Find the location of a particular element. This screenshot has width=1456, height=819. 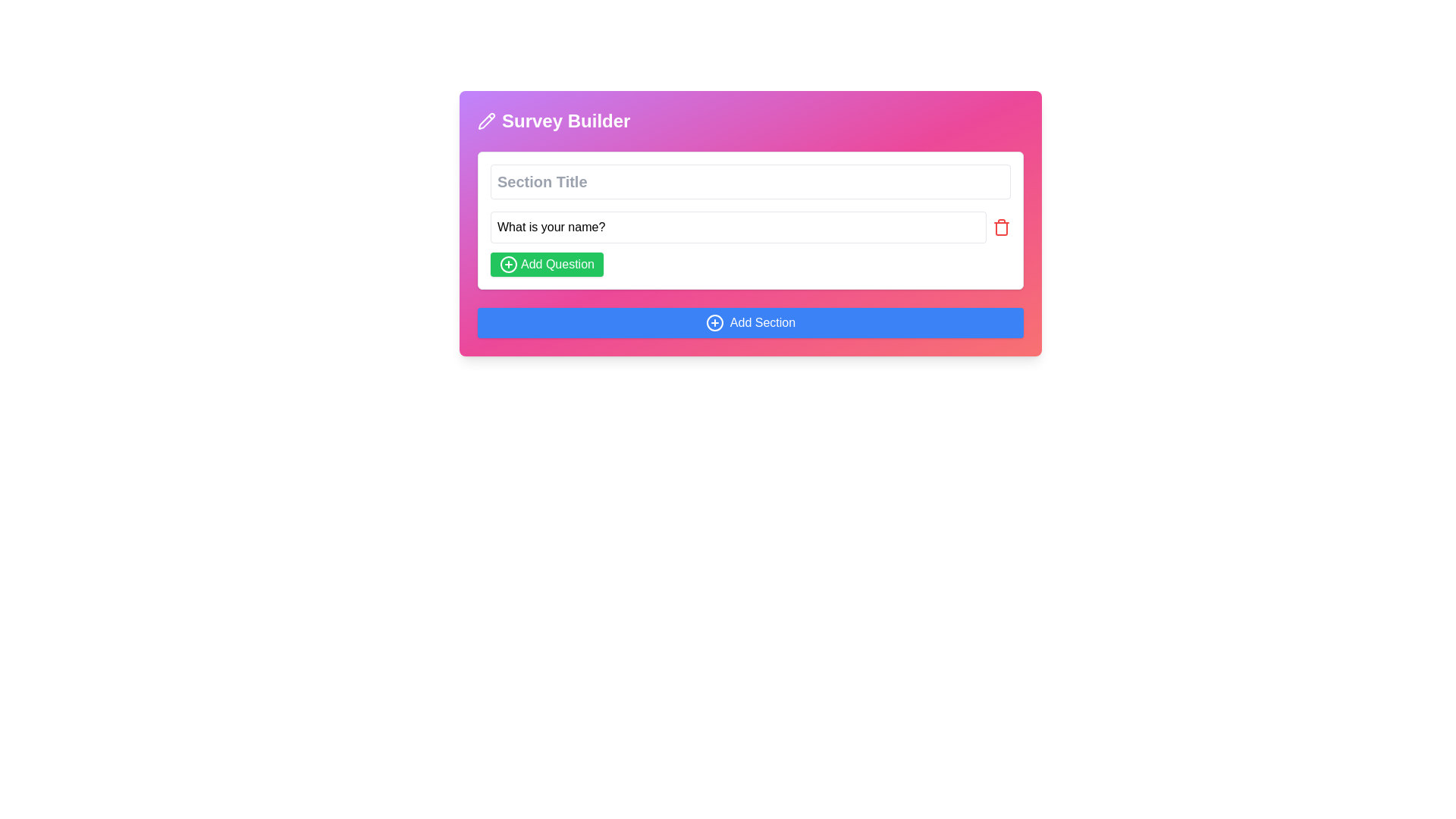

the circular icon indicating the 'Add Question' action, located to the left of the 'Add Question' button is located at coordinates (509, 263).